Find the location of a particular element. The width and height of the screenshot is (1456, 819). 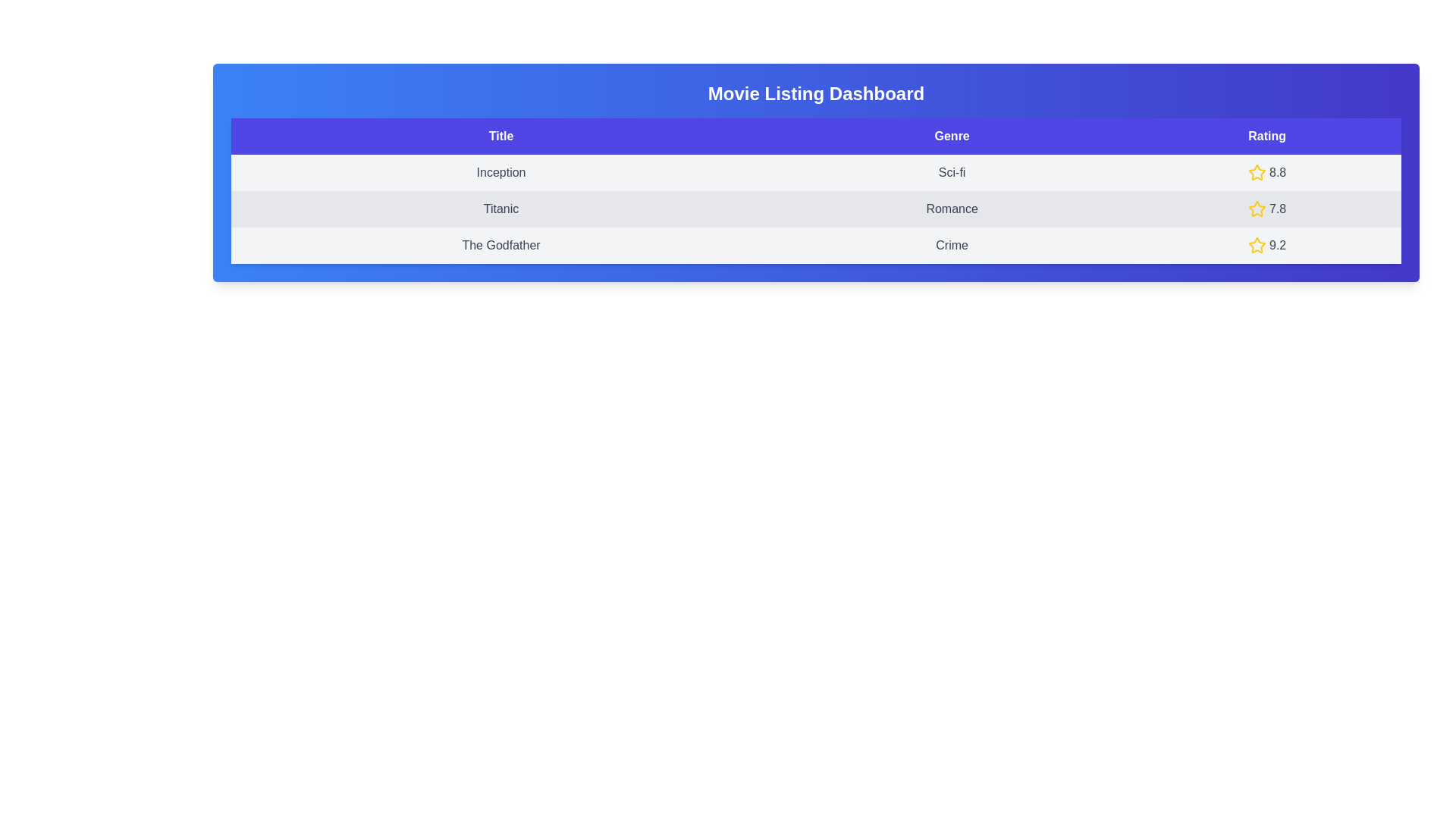

rating value displayed next to the yellow star icon, which shows '7.8' in the third column under the 'Rating' header is located at coordinates (1267, 209).